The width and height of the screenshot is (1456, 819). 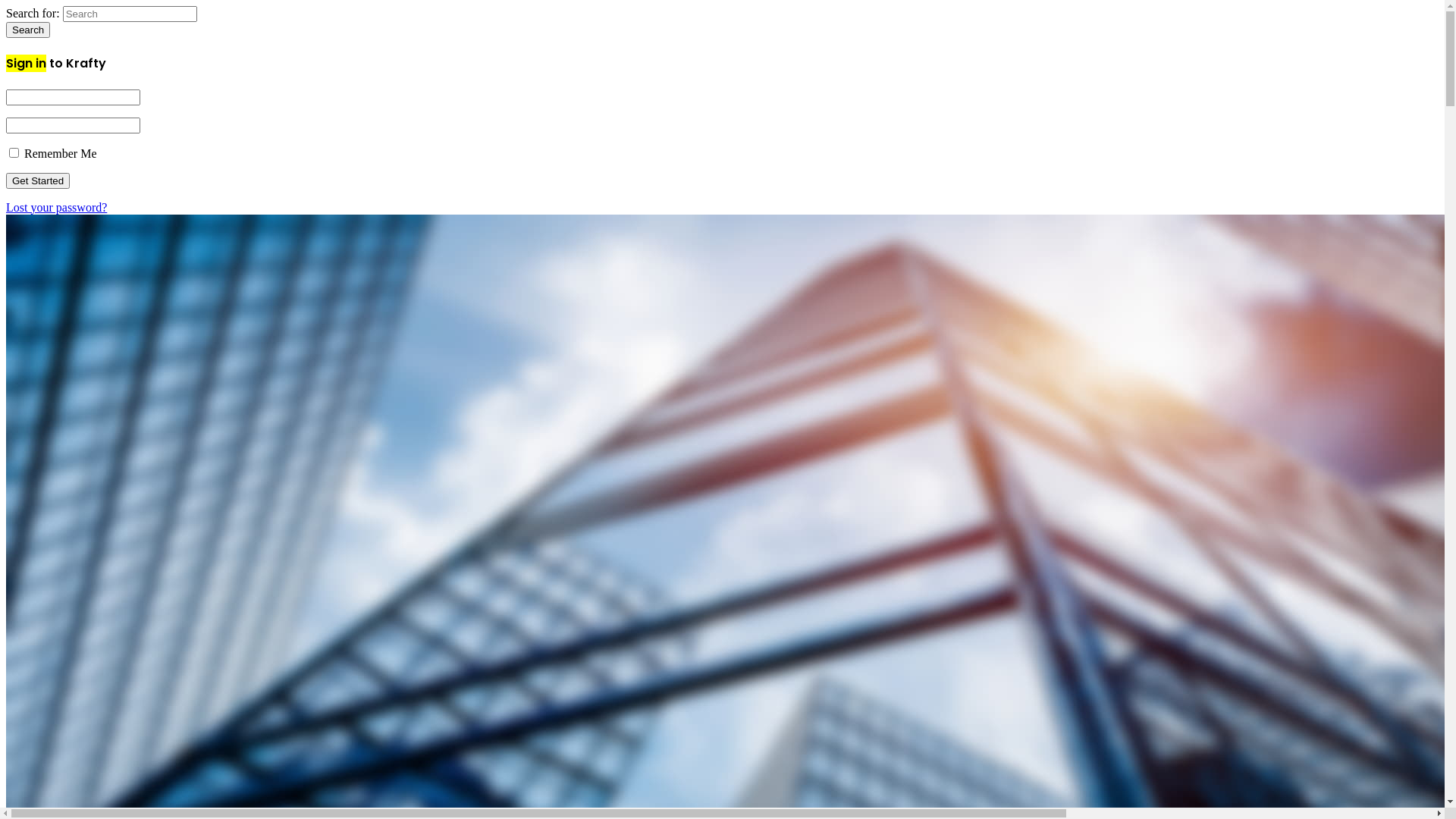 What do you see at coordinates (6, 30) in the screenshot?
I see `'Search'` at bounding box center [6, 30].